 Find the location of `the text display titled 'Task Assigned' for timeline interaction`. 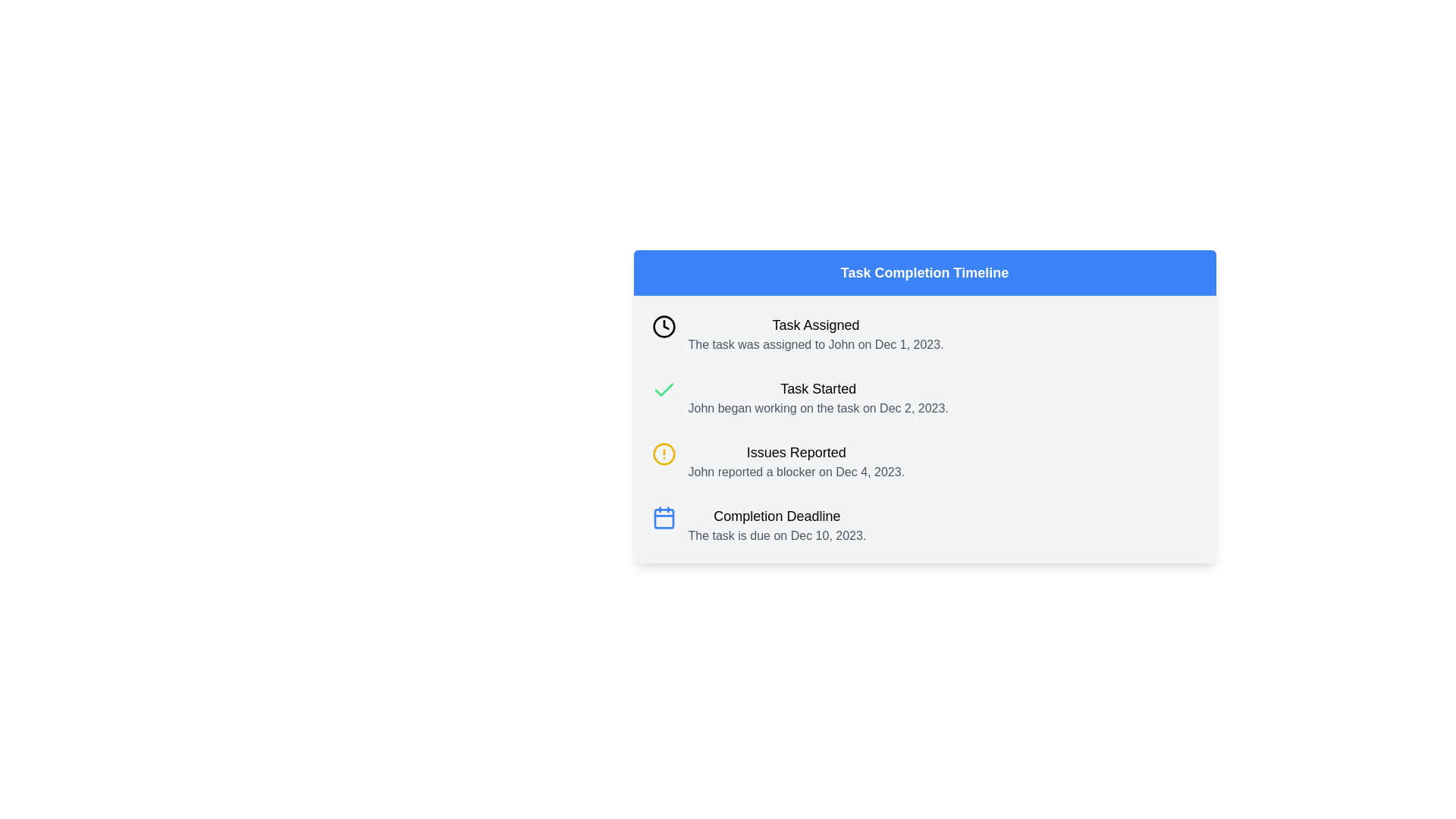

the text display titled 'Task Assigned' for timeline interaction is located at coordinates (814, 333).